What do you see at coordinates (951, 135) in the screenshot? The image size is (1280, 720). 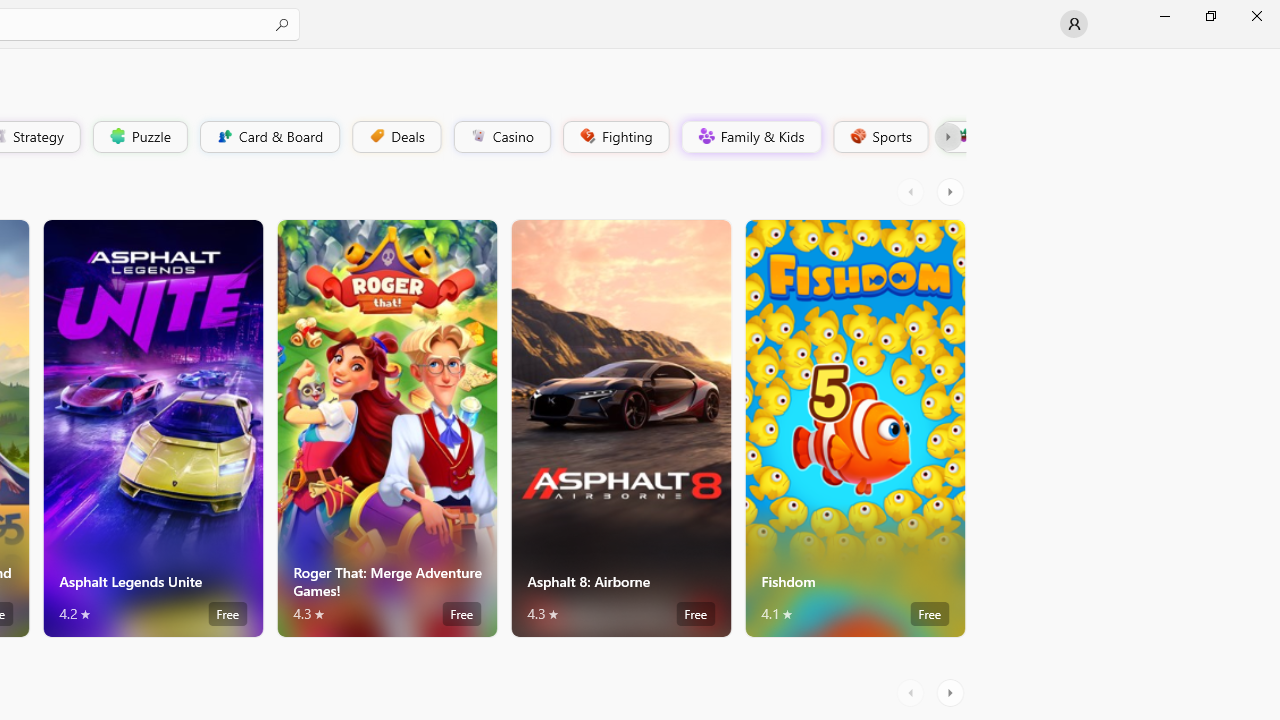 I see `'Platformer'` at bounding box center [951, 135].